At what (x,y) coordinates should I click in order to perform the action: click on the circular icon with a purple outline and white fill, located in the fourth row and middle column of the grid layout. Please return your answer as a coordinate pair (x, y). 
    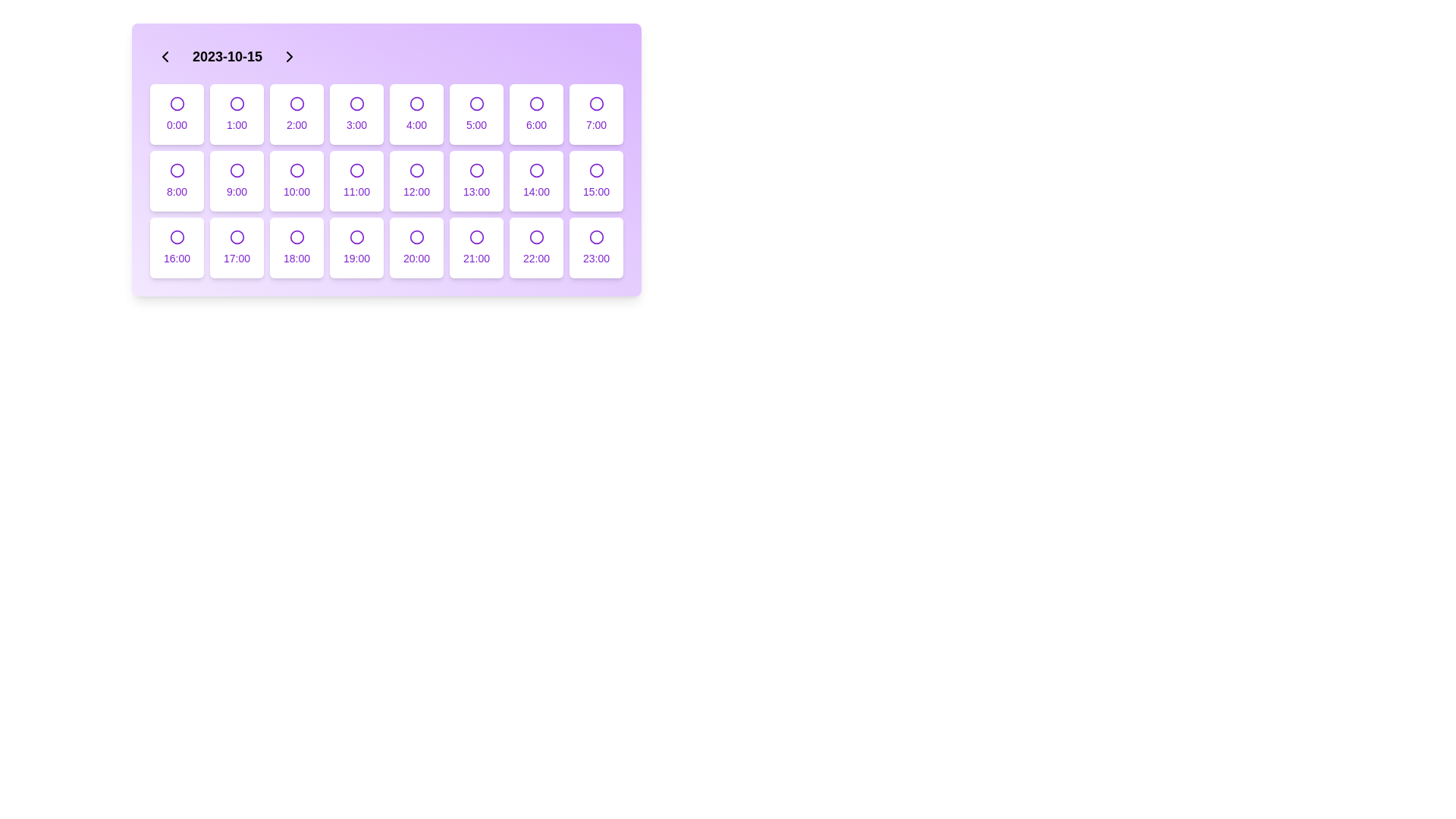
    Looking at the image, I should click on (416, 170).